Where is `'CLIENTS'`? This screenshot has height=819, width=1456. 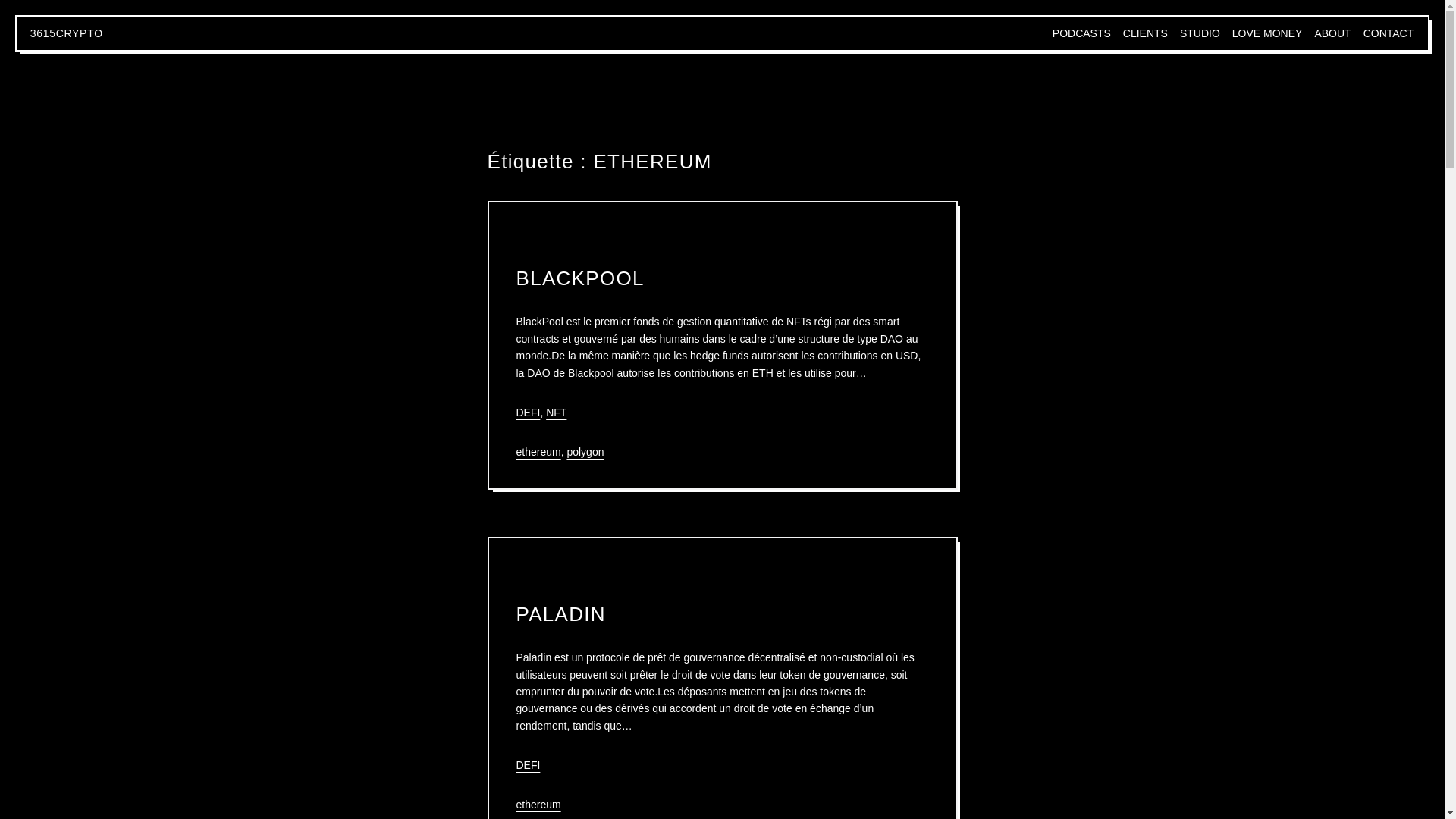
'CLIENTS' is located at coordinates (1123, 33).